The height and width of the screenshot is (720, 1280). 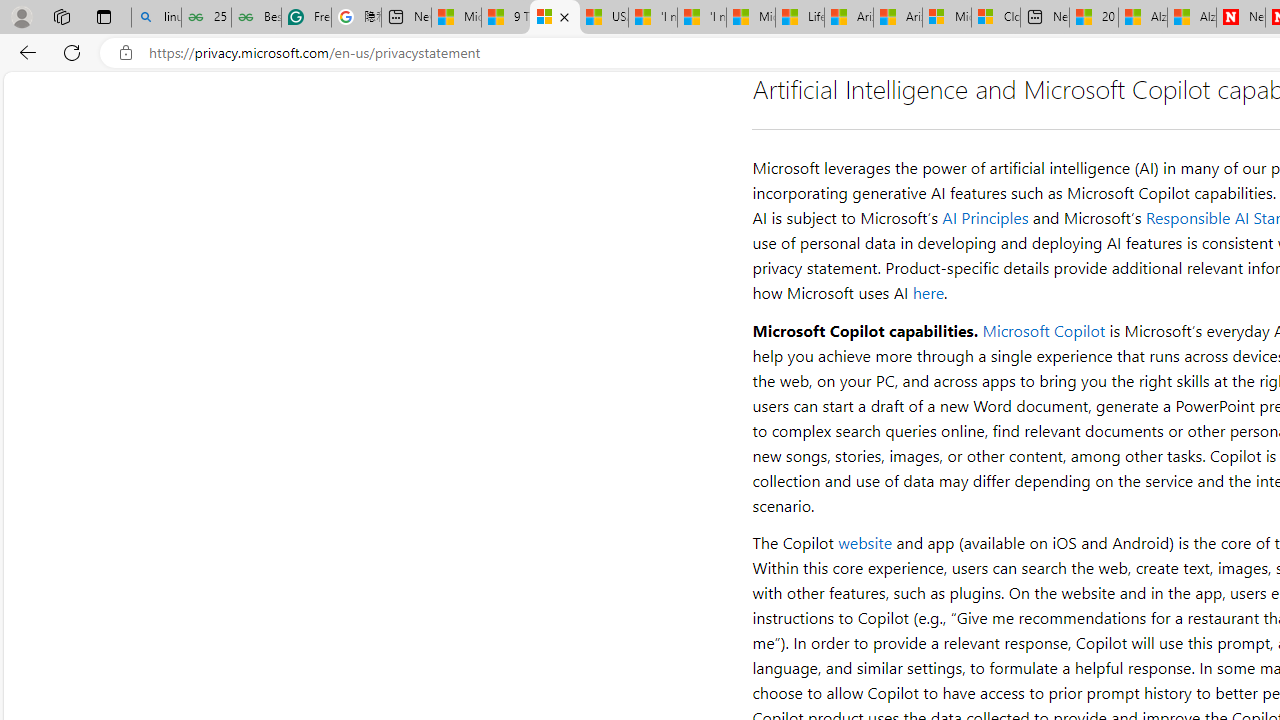 What do you see at coordinates (603, 17) in the screenshot?
I see `'USA TODAY - MSN'` at bounding box center [603, 17].